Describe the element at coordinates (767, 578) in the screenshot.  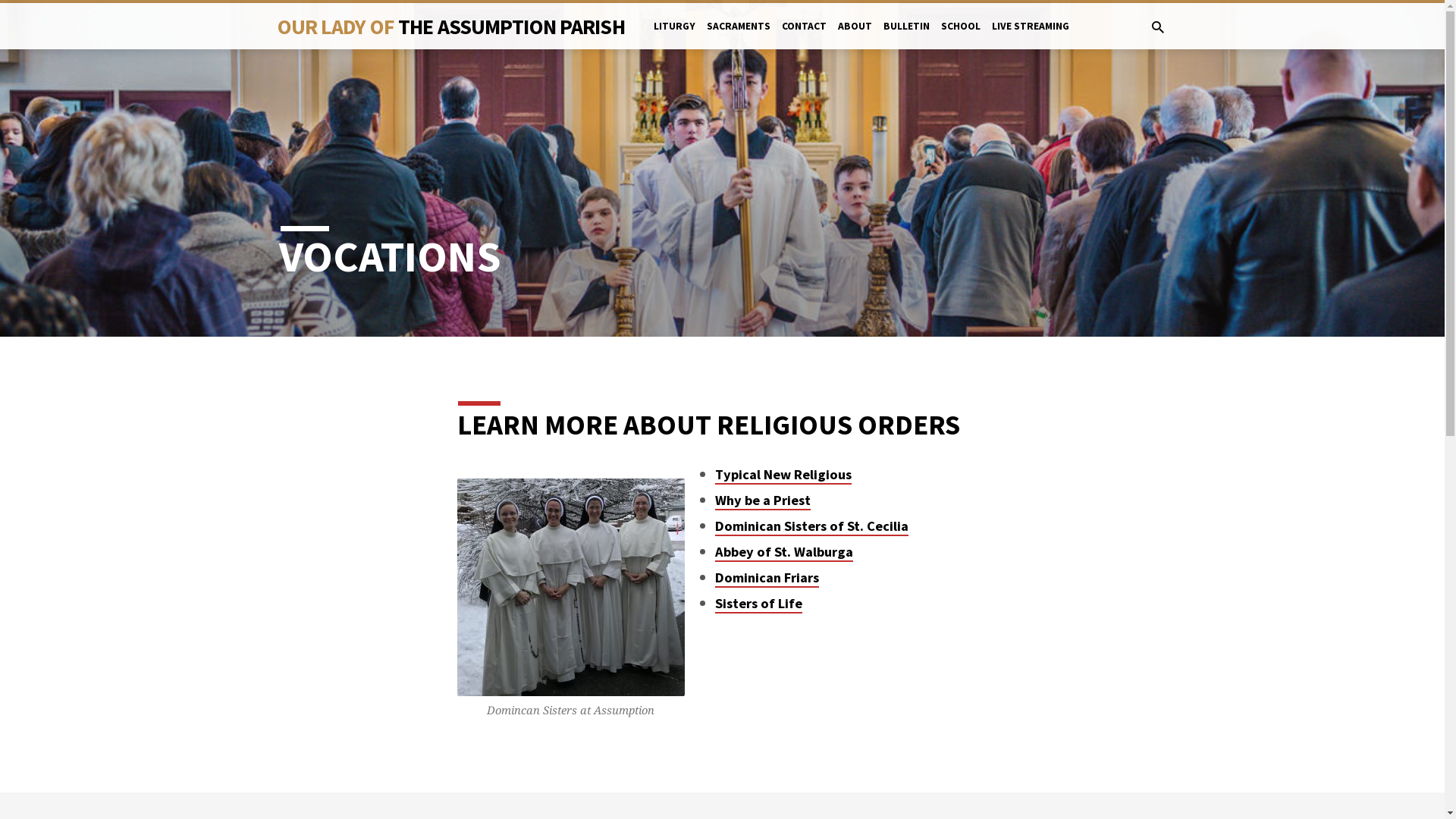
I see `'Dominican Friars'` at that location.